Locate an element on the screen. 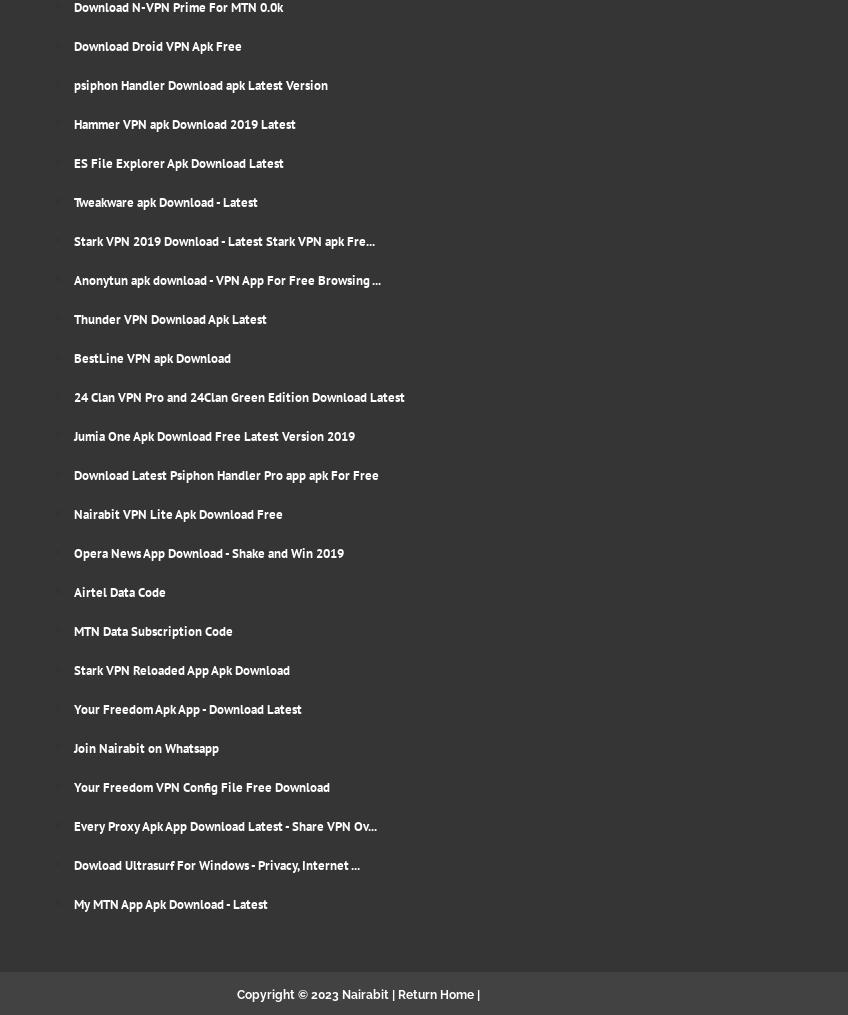 Image resolution: width=848 pixels, height=1015 pixels. '| Return' is located at coordinates (414, 995).